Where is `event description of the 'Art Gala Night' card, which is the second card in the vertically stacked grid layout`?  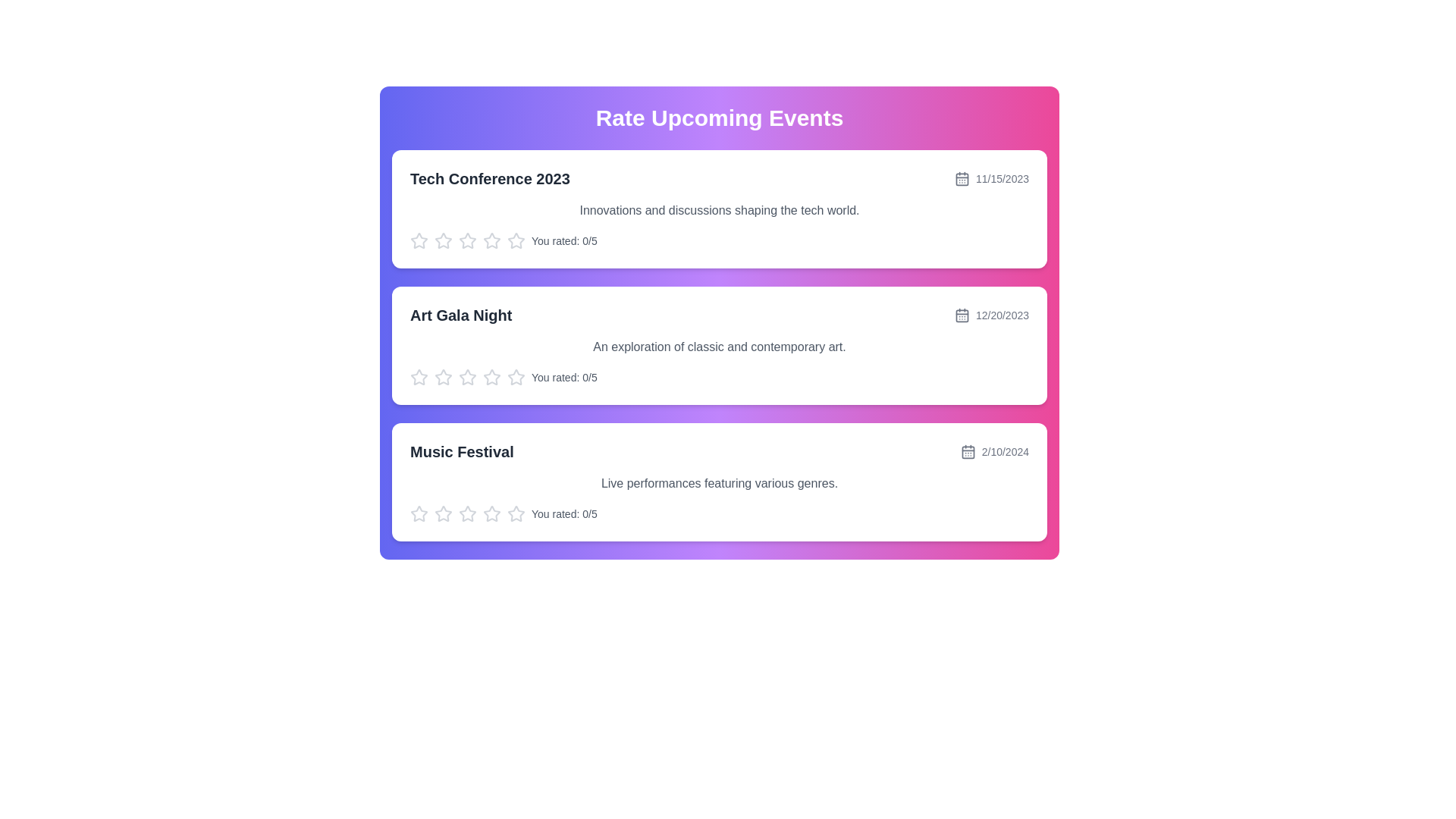
event description of the 'Art Gala Night' card, which is the second card in the vertically stacked grid layout is located at coordinates (719, 345).